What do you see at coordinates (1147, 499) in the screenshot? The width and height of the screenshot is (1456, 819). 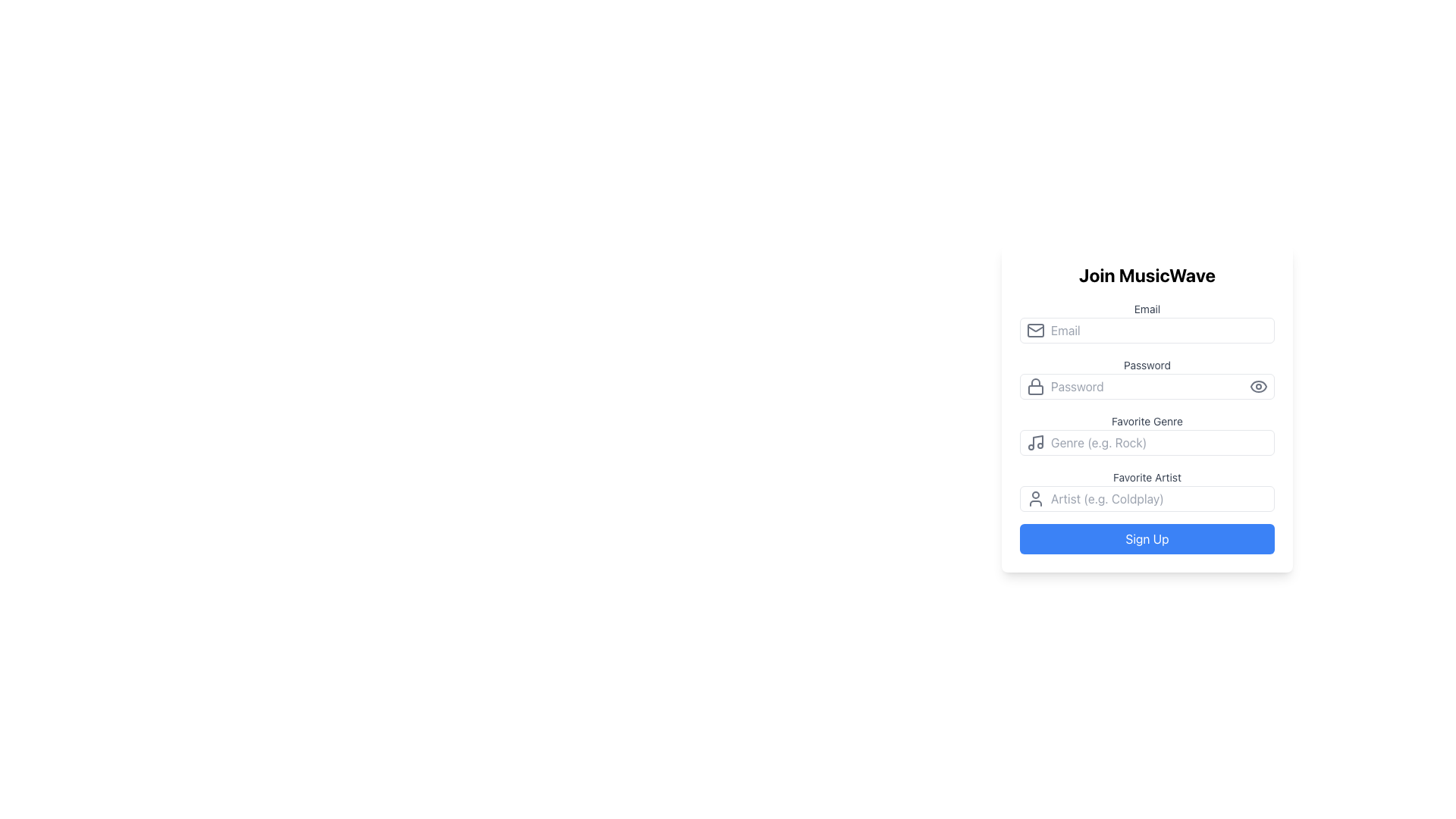 I see `the text input field for entering the artist's name, which has a placeholder text 'Artist (e.g. Coldplay)' and is located below the 'Favorite Artist' title and above the 'Sign Up' button` at bounding box center [1147, 499].